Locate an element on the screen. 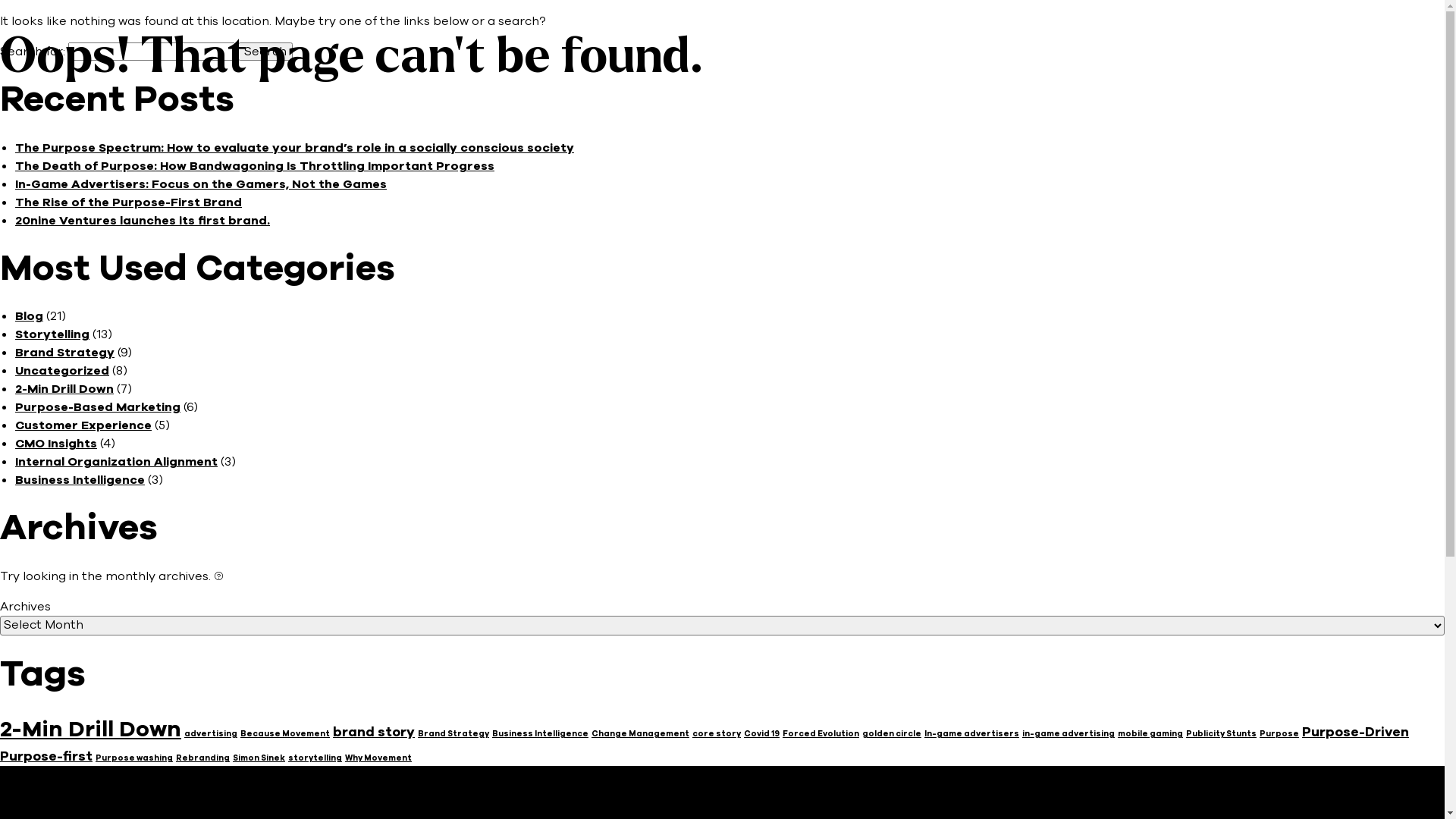 The width and height of the screenshot is (1456, 819). 'Business Intelligence' is located at coordinates (14, 479).